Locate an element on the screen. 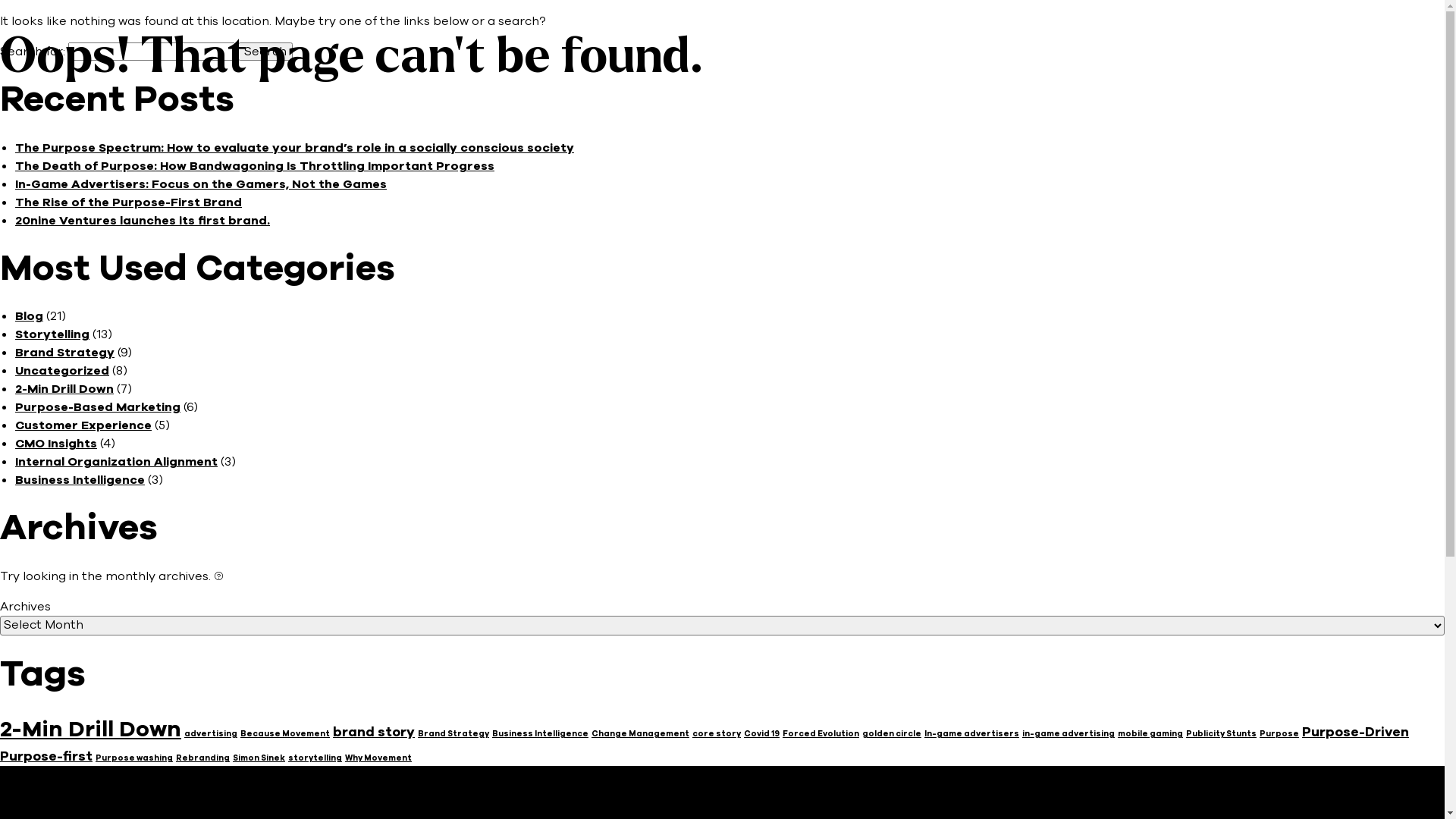 The width and height of the screenshot is (1456, 819). 'Business Intelligence' is located at coordinates (14, 479).